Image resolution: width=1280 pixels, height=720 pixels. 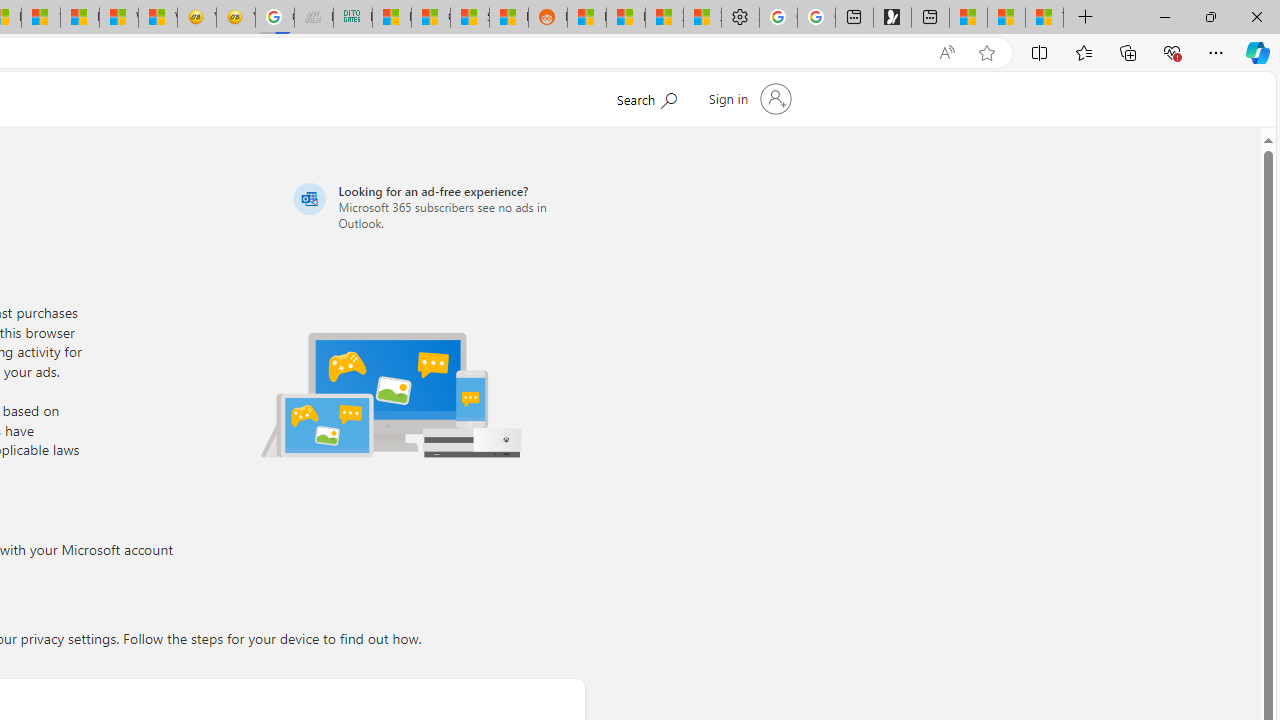 I want to click on 'New Tab', so click(x=1085, y=17).